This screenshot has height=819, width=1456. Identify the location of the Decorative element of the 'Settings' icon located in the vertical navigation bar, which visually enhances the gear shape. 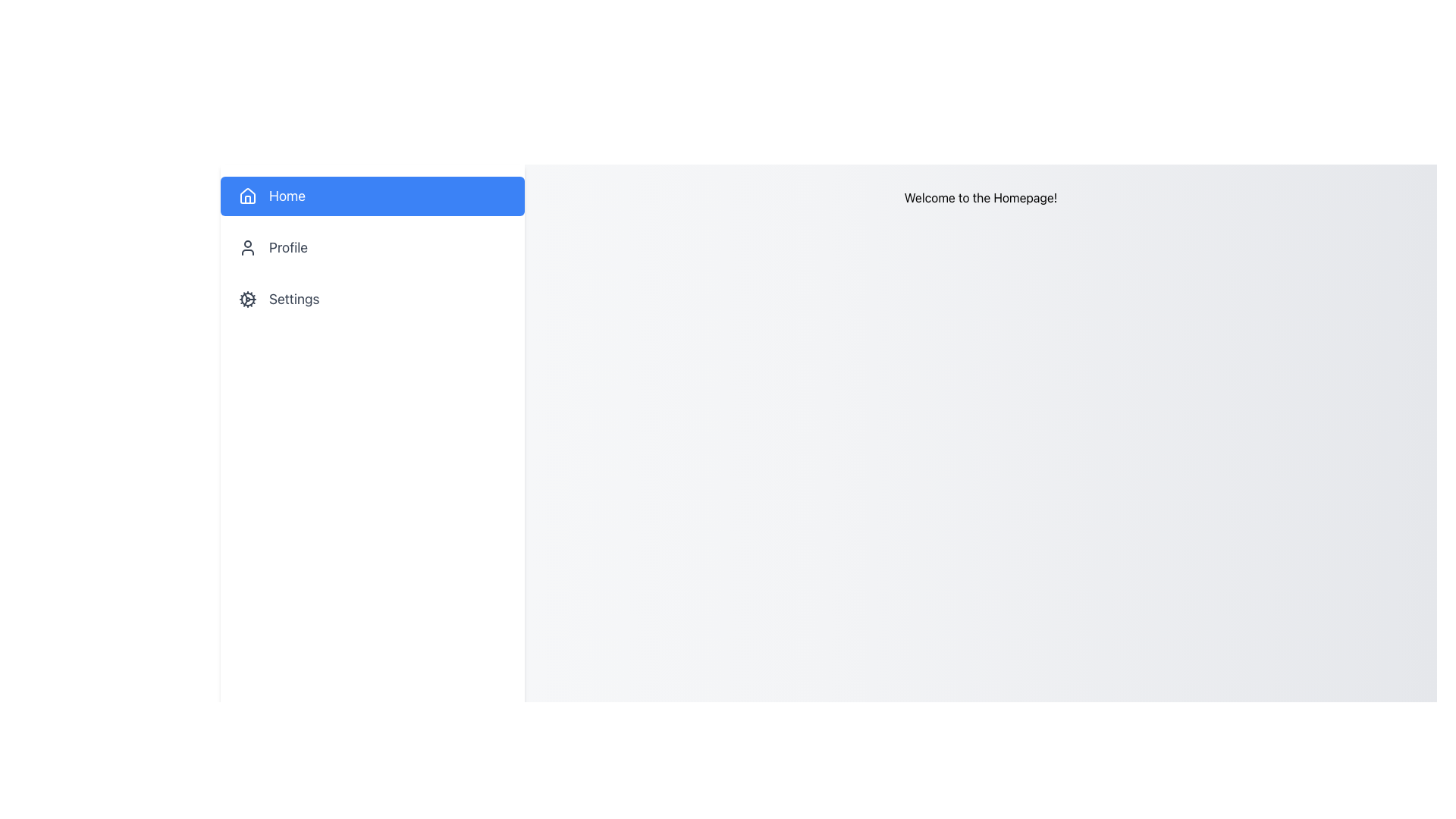
(247, 299).